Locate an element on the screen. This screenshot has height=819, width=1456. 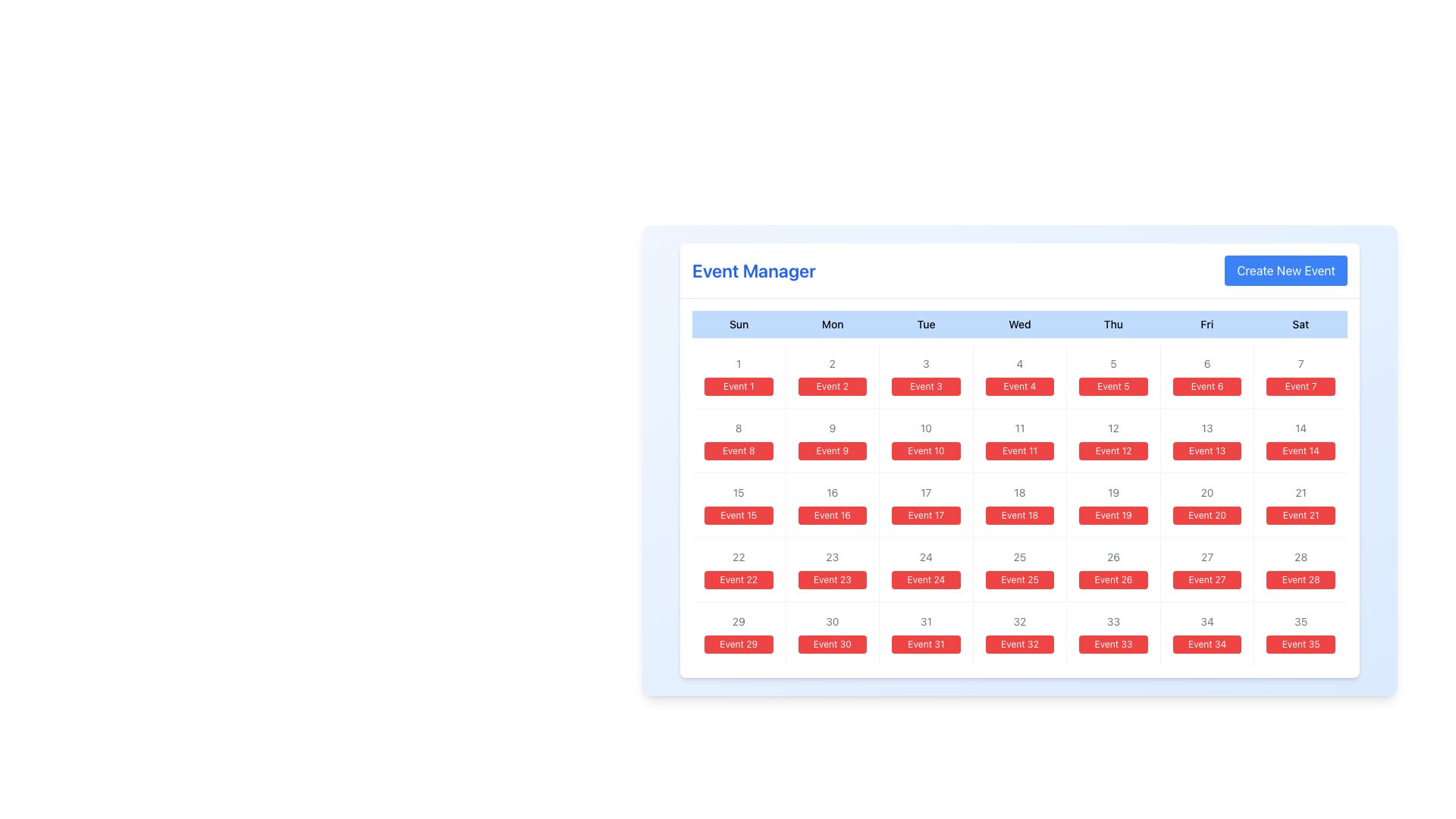
the button representing an event or appointment in the calendar view located in the second row, first column beneath 'Sun' is located at coordinates (739, 450).